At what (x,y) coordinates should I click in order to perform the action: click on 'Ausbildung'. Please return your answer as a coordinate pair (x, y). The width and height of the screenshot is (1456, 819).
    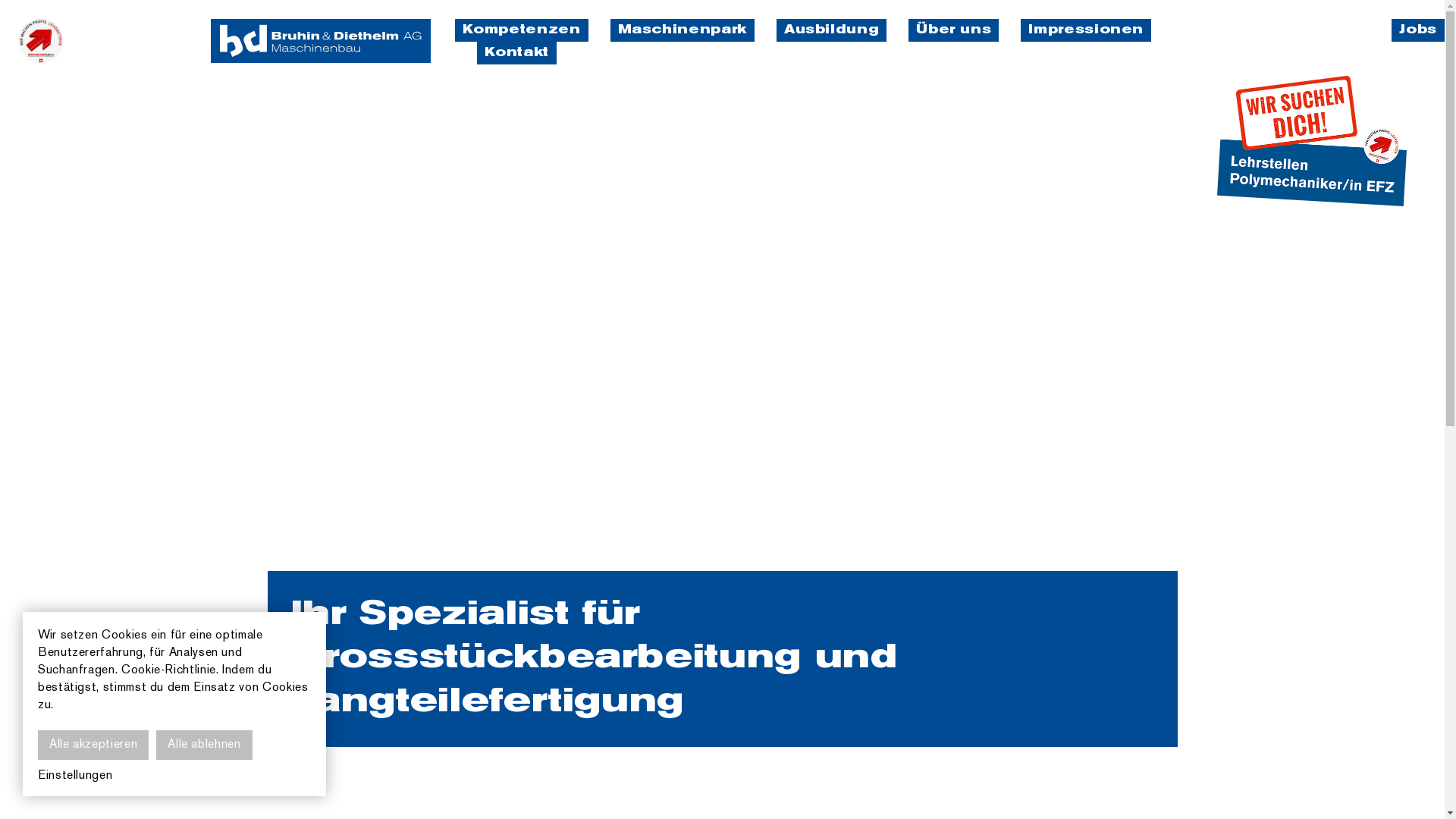
    Looking at the image, I should click on (776, 30).